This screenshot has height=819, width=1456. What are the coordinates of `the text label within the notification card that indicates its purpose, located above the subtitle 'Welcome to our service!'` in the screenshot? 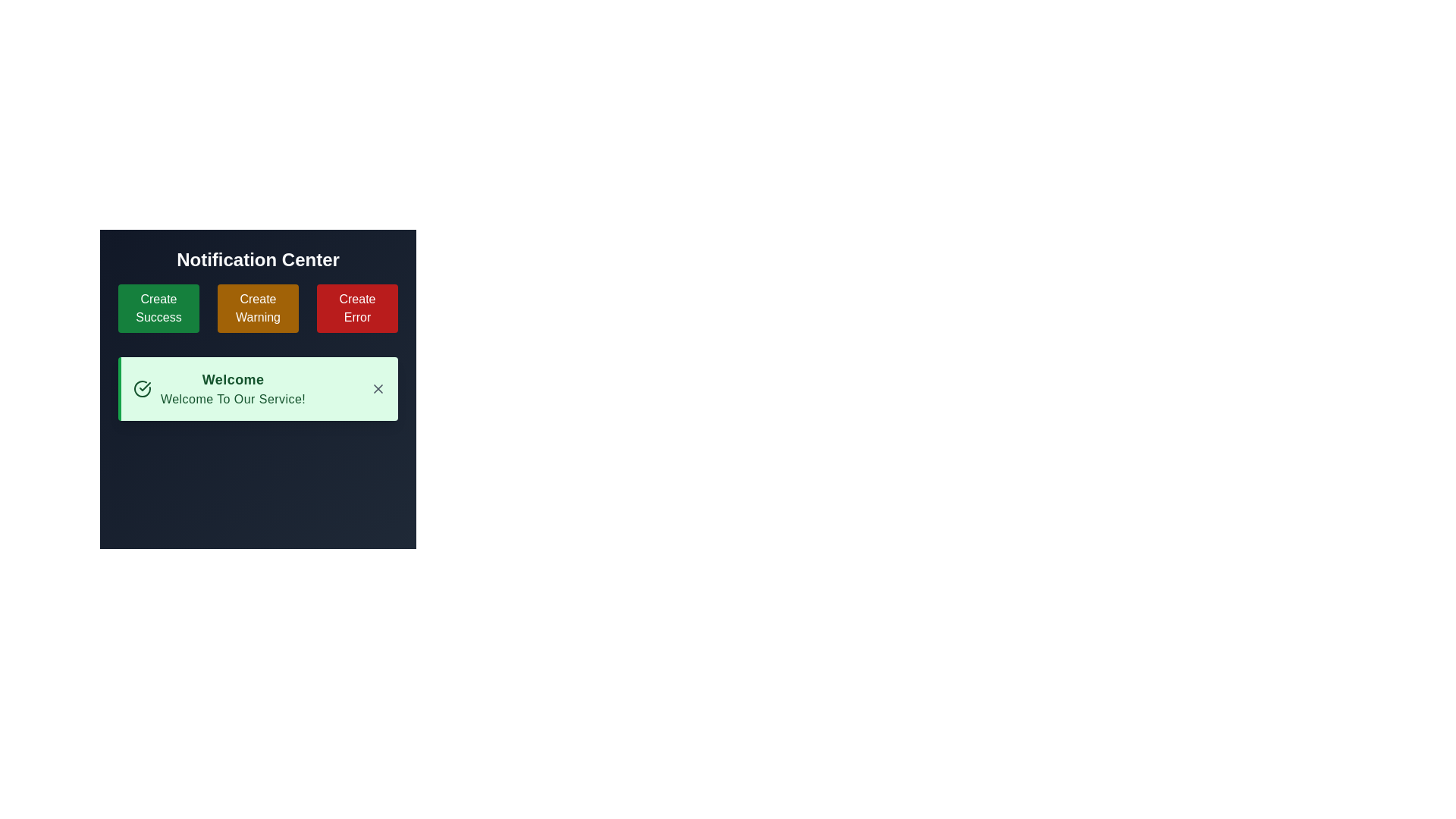 It's located at (232, 379).